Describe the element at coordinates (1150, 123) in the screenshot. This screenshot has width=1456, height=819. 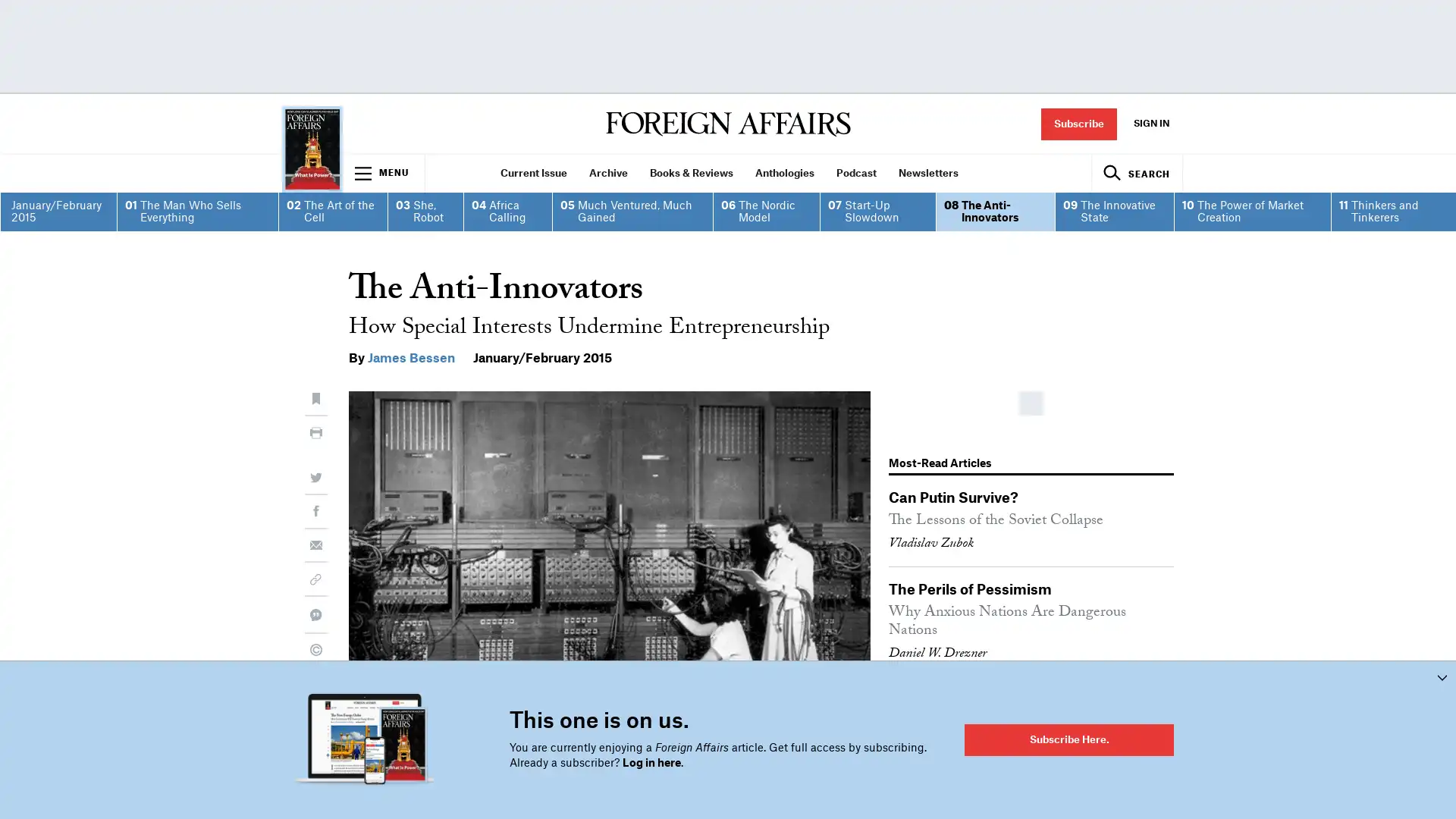
I see `SIGN IN` at that location.